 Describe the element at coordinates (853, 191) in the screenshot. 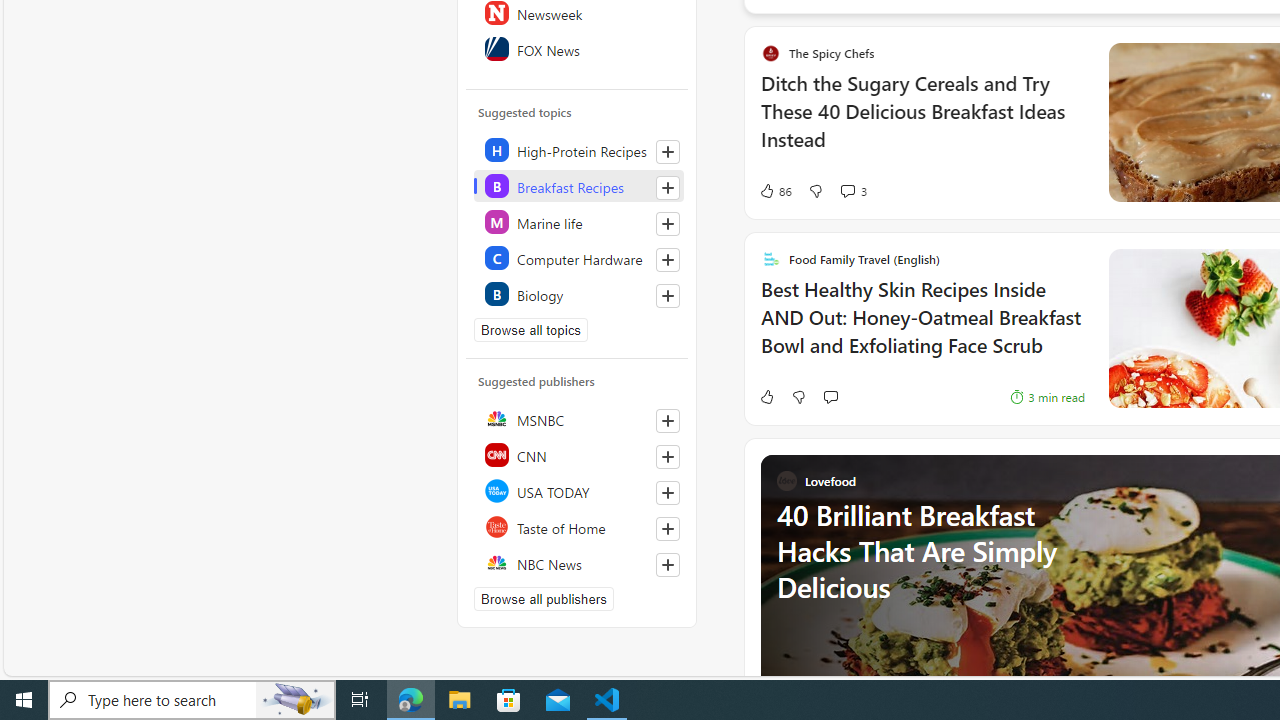

I see `'View comments 3 Comment'` at that location.